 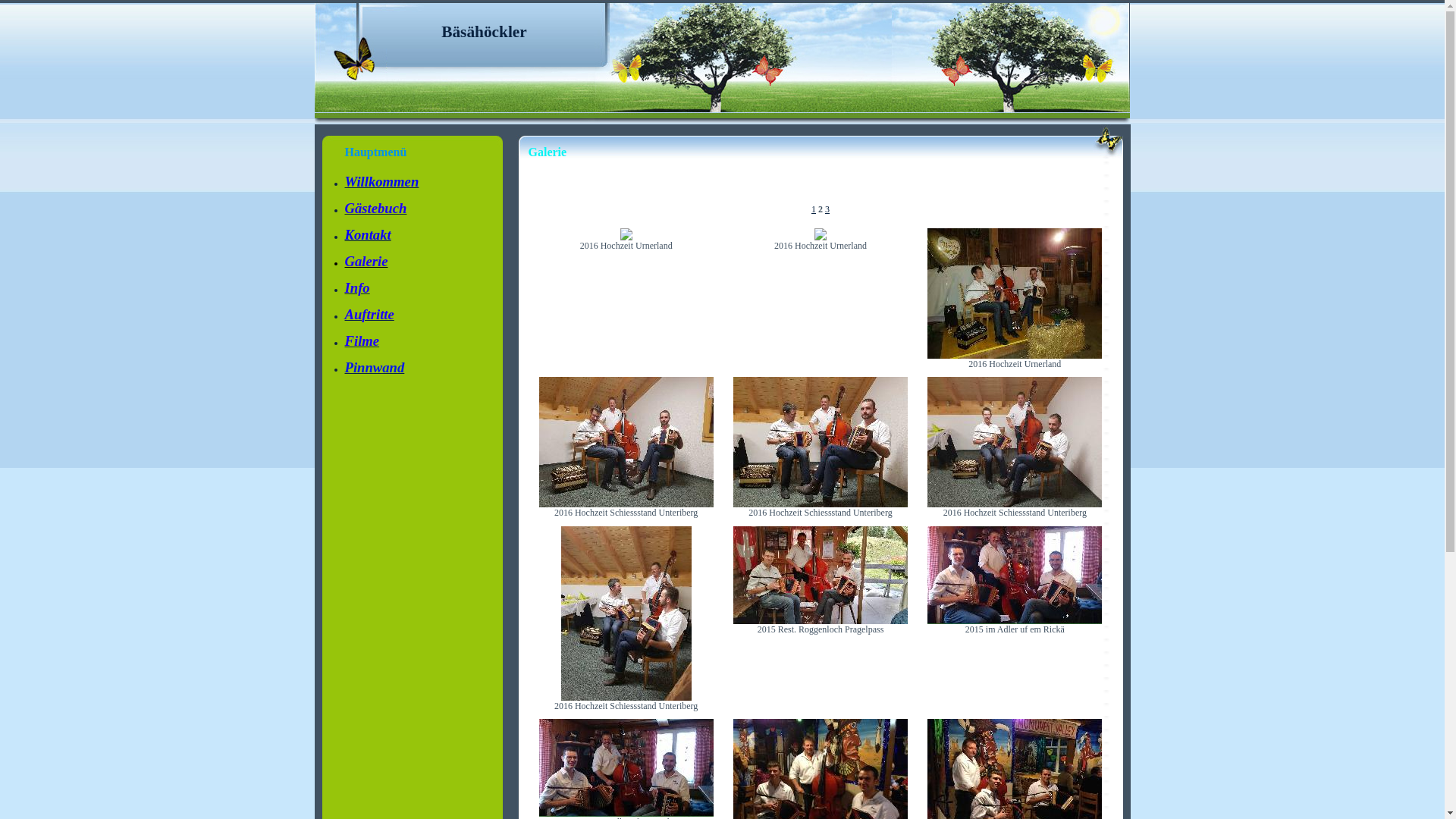 I want to click on '3', so click(x=826, y=209).